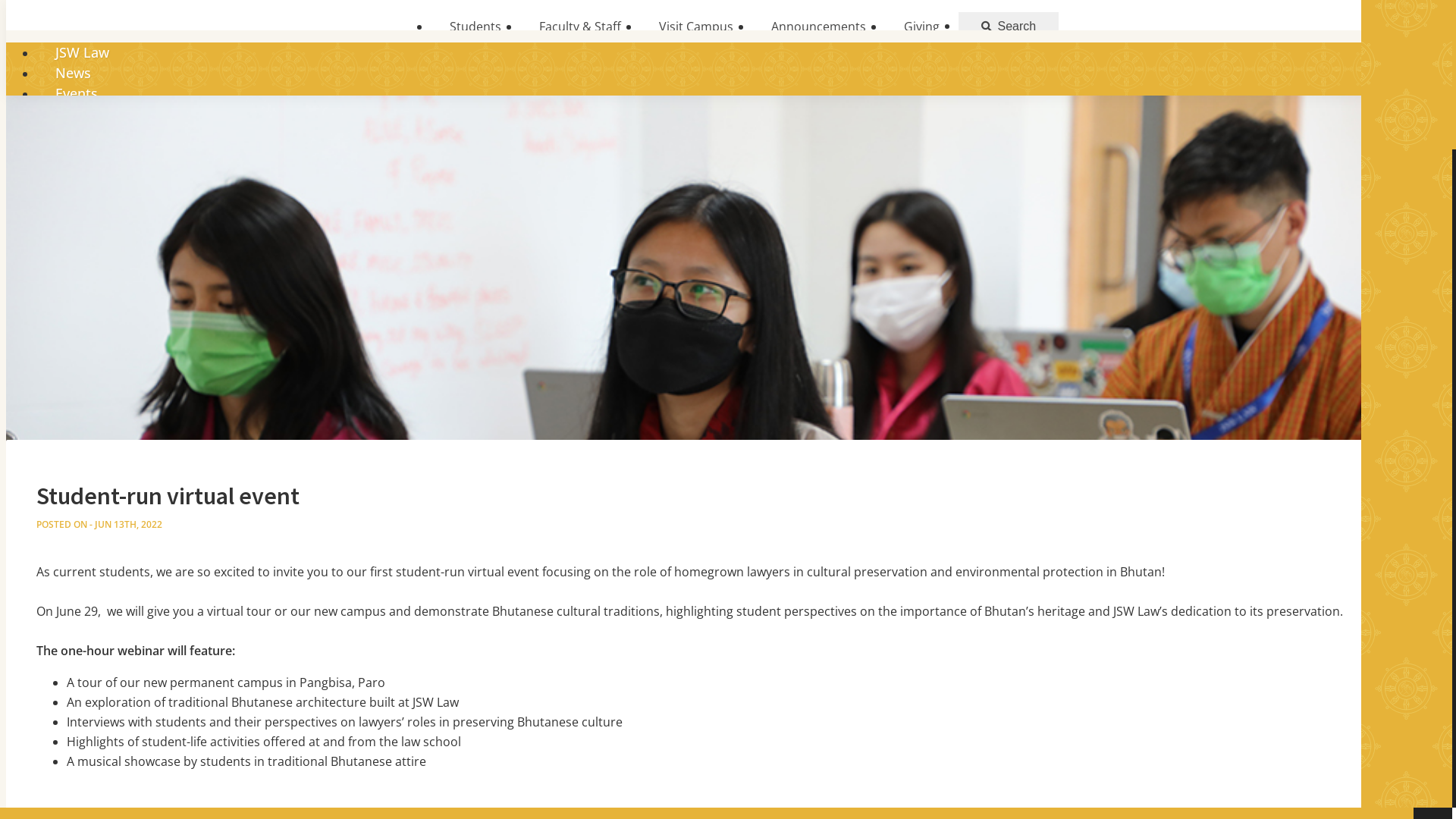 This screenshot has height=819, width=1456. Describe the element at coordinates (695, 26) in the screenshot. I see `'Visit Campus'` at that location.